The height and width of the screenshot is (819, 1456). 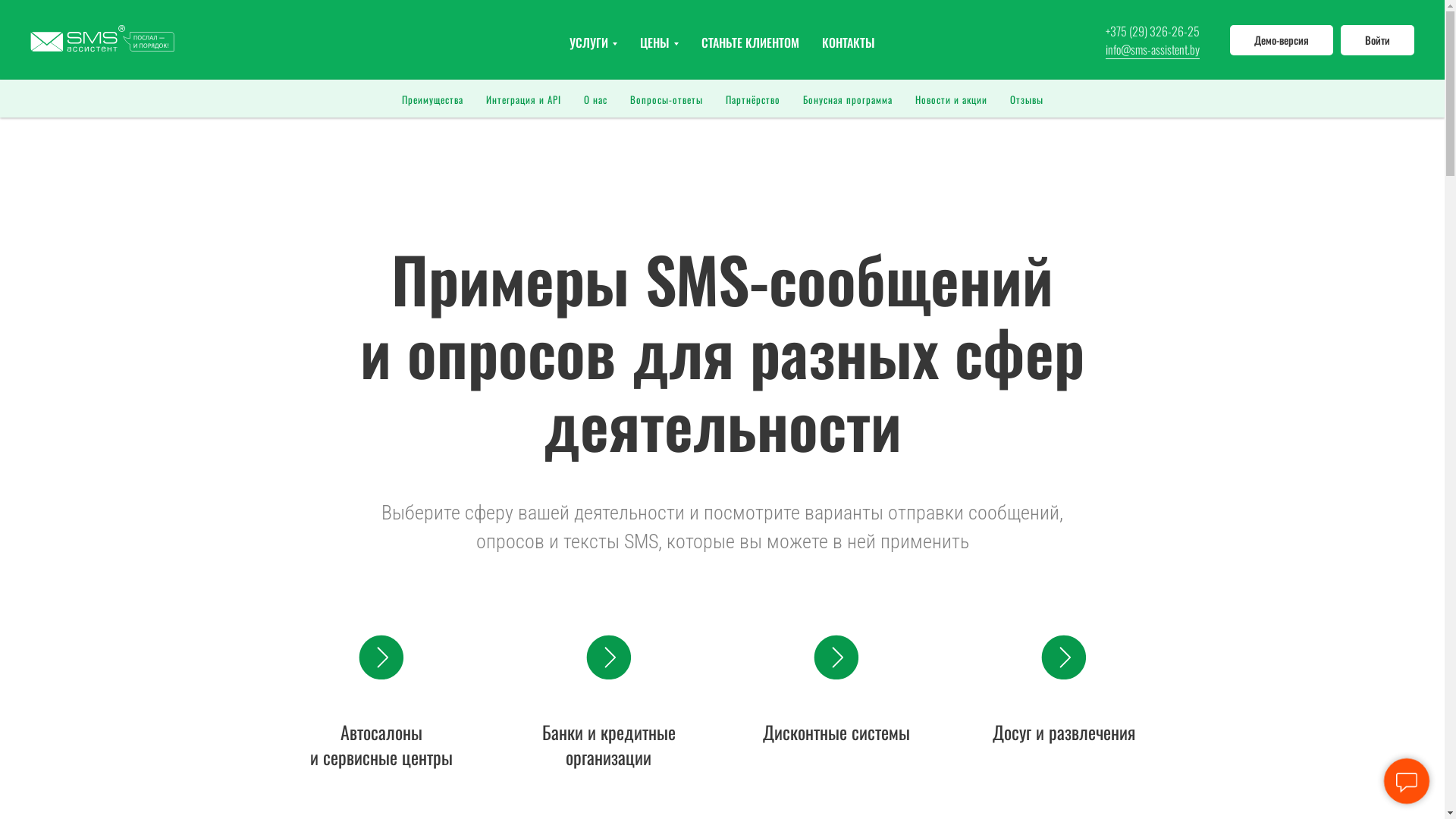 I want to click on '+375 (29) 326-26-25', so click(x=1153, y=30).